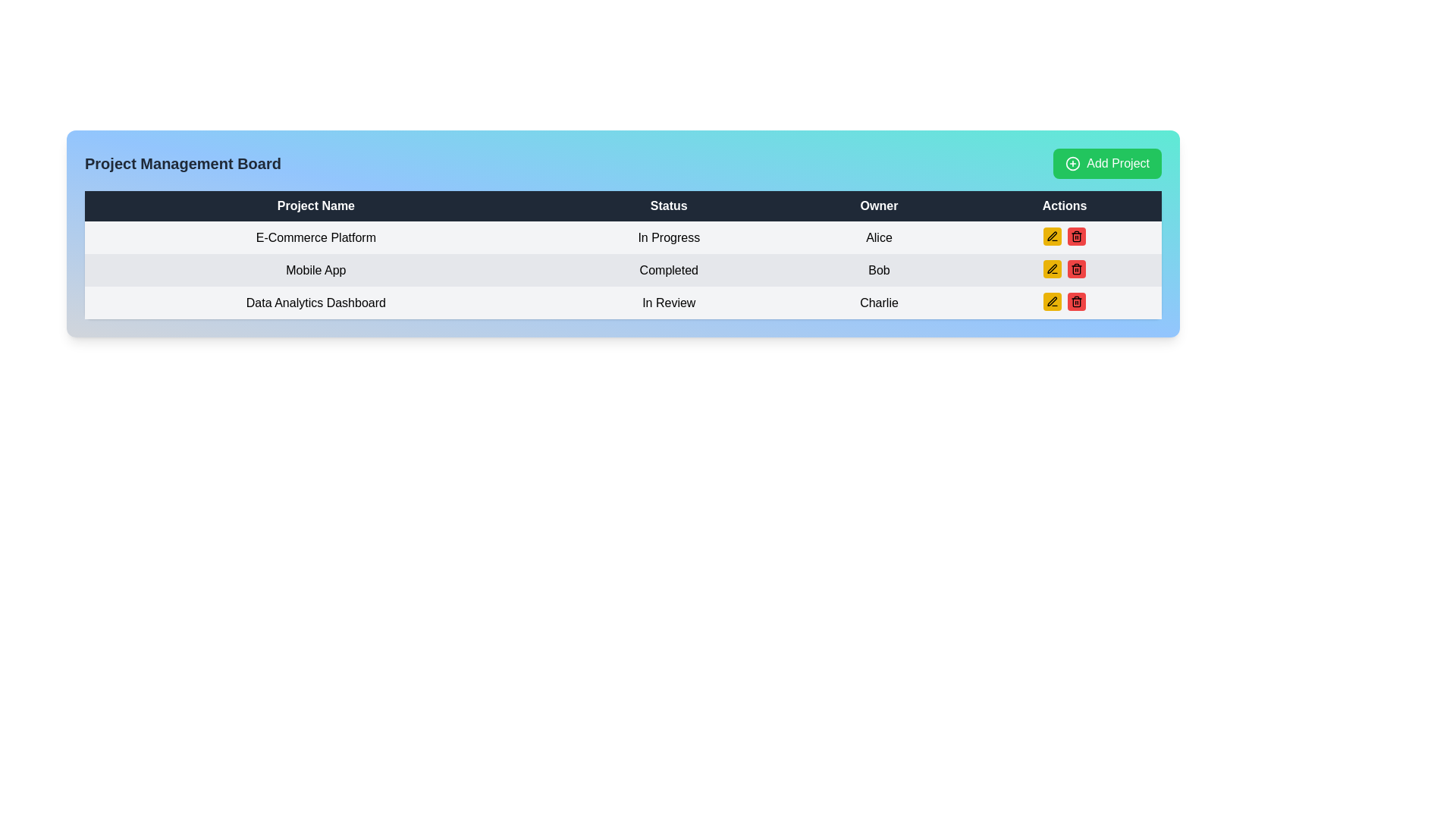  What do you see at coordinates (668, 237) in the screenshot?
I see `text from the 'Status' column of the row labeled 'E-Commerce Platform', which serves as a status indicator for the current state of the project` at bounding box center [668, 237].